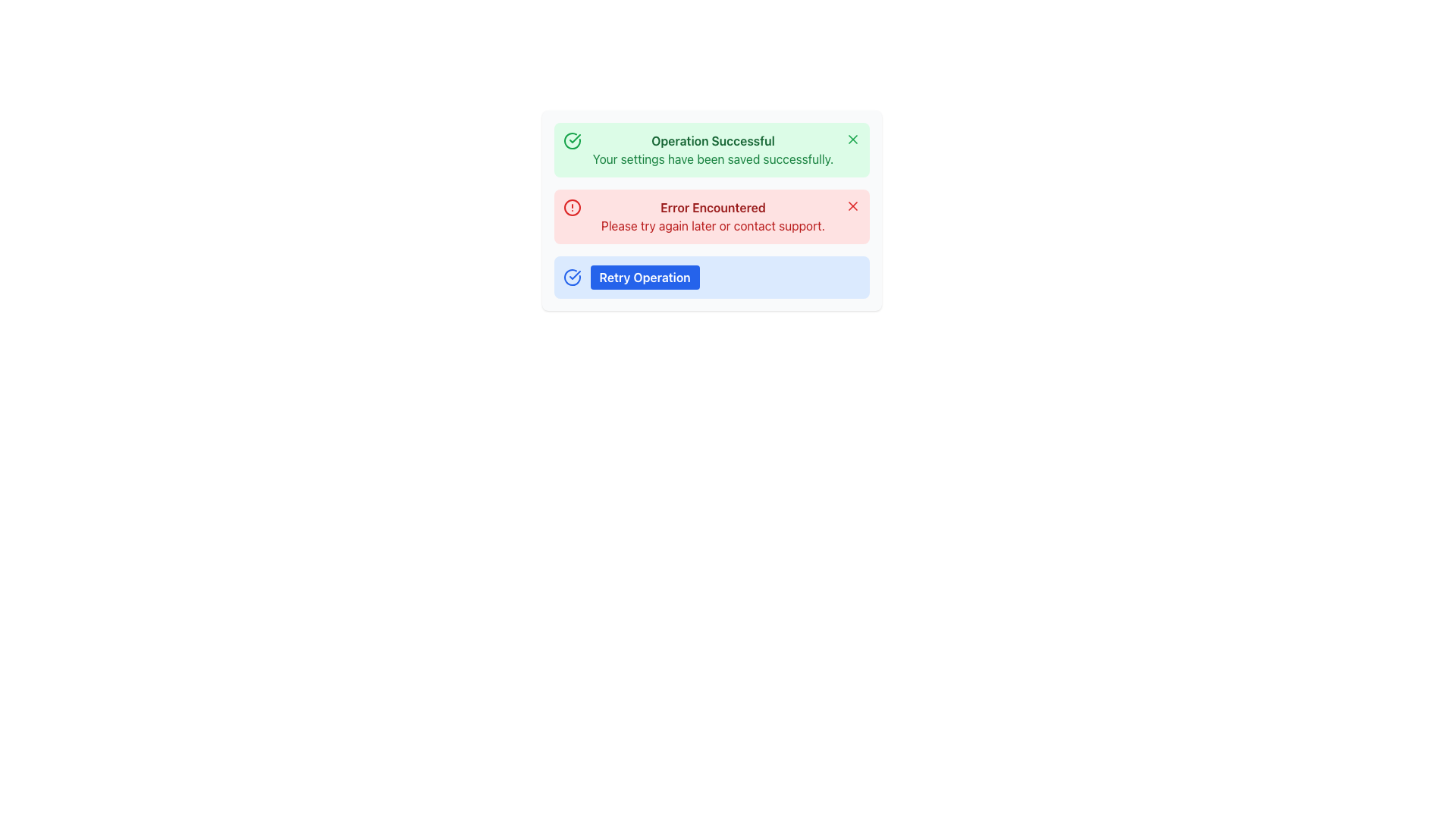  What do you see at coordinates (852, 206) in the screenshot?
I see `the small red 'X' icon located near the right side of the 'Error Encountered' text` at bounding box center [852, 206].